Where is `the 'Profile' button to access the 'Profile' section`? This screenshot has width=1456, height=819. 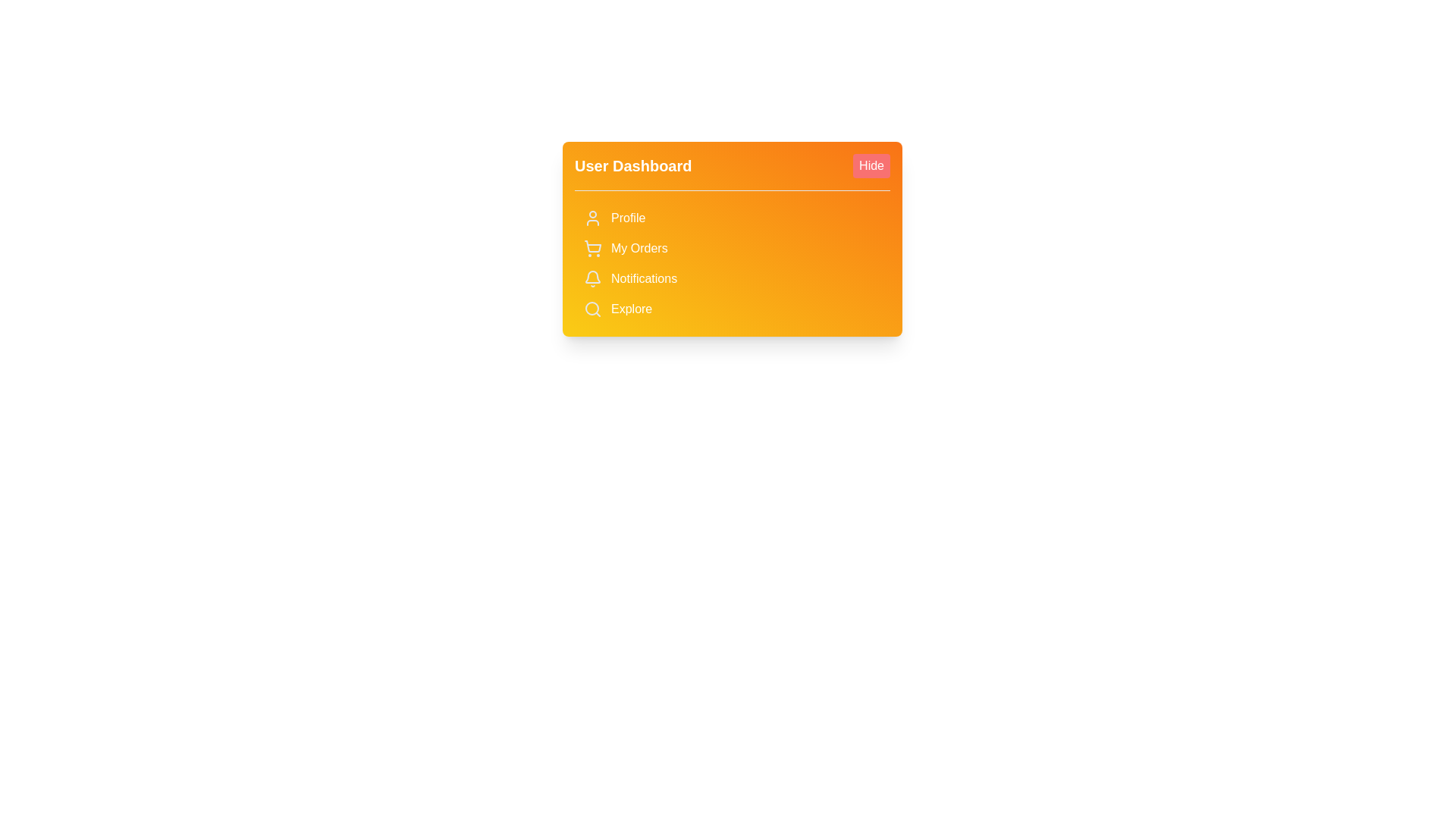 the 'Profile' button to access the 'Profile' section is located at coordinates (732, 218).